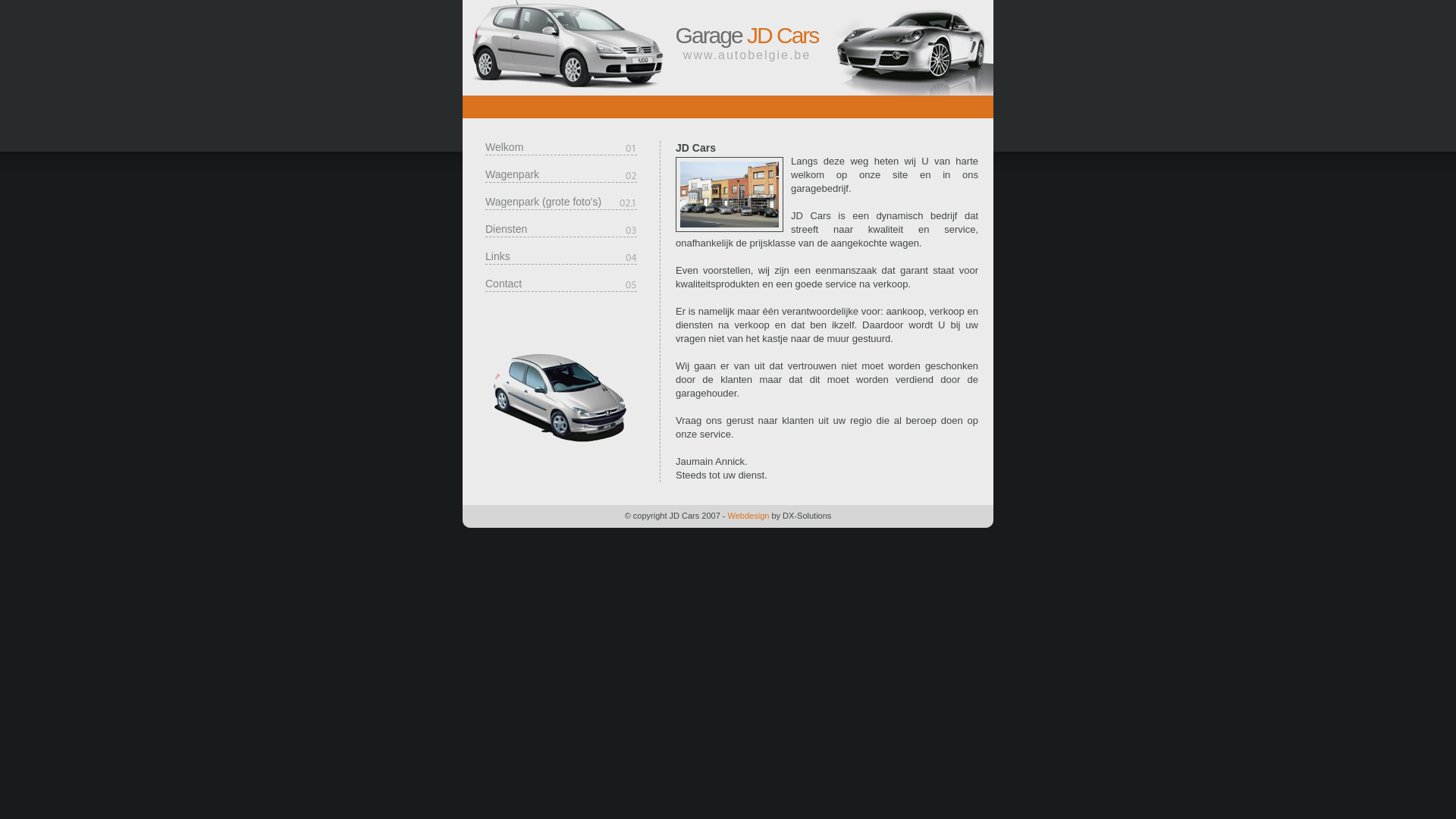 This screenshot has height=819, width=1456. Describe the element at coordinates (560, 174) in the screenshot. I see `'Wagenpark'` at that location.